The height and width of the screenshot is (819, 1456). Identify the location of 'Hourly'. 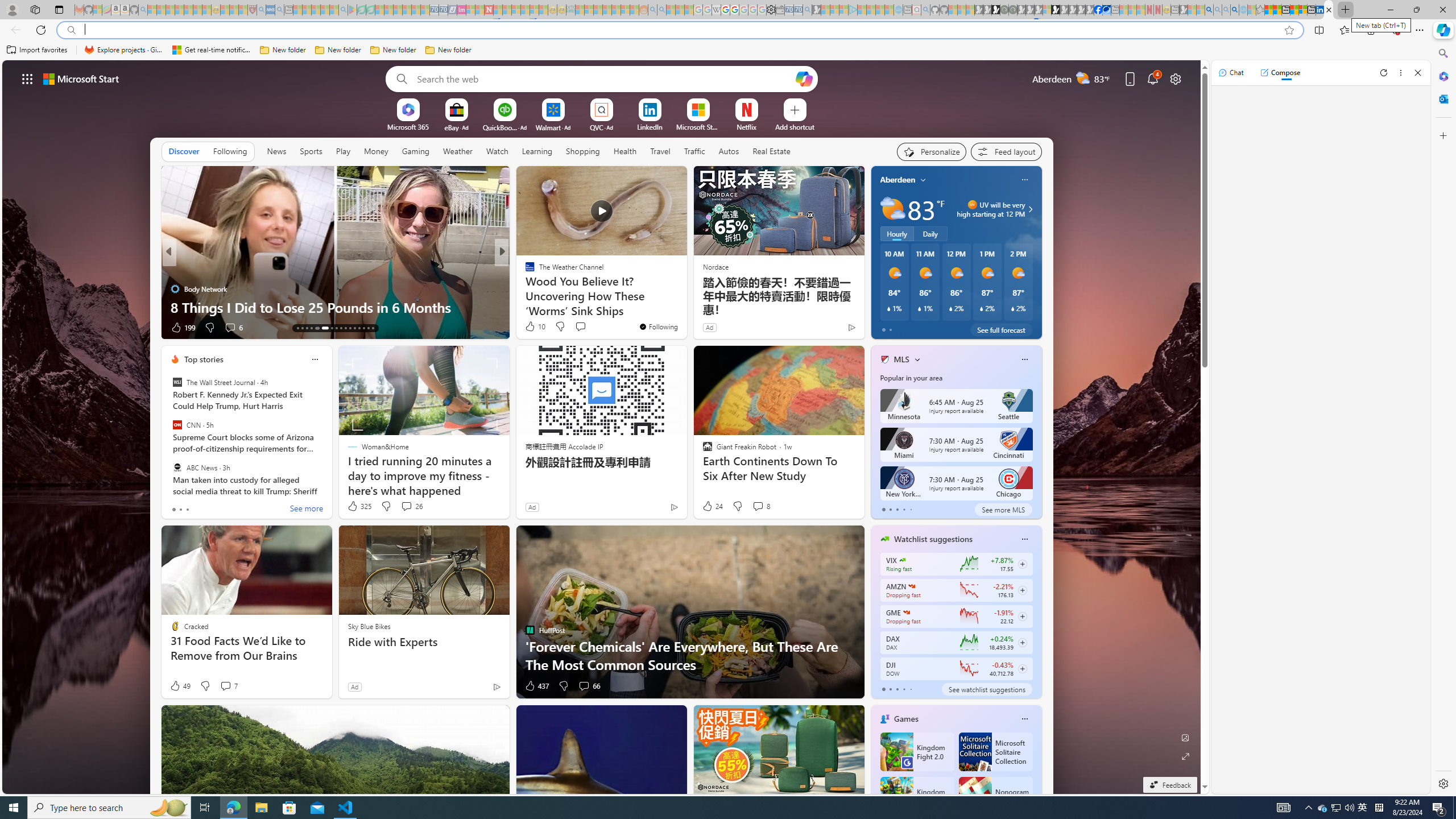
(896, 233).